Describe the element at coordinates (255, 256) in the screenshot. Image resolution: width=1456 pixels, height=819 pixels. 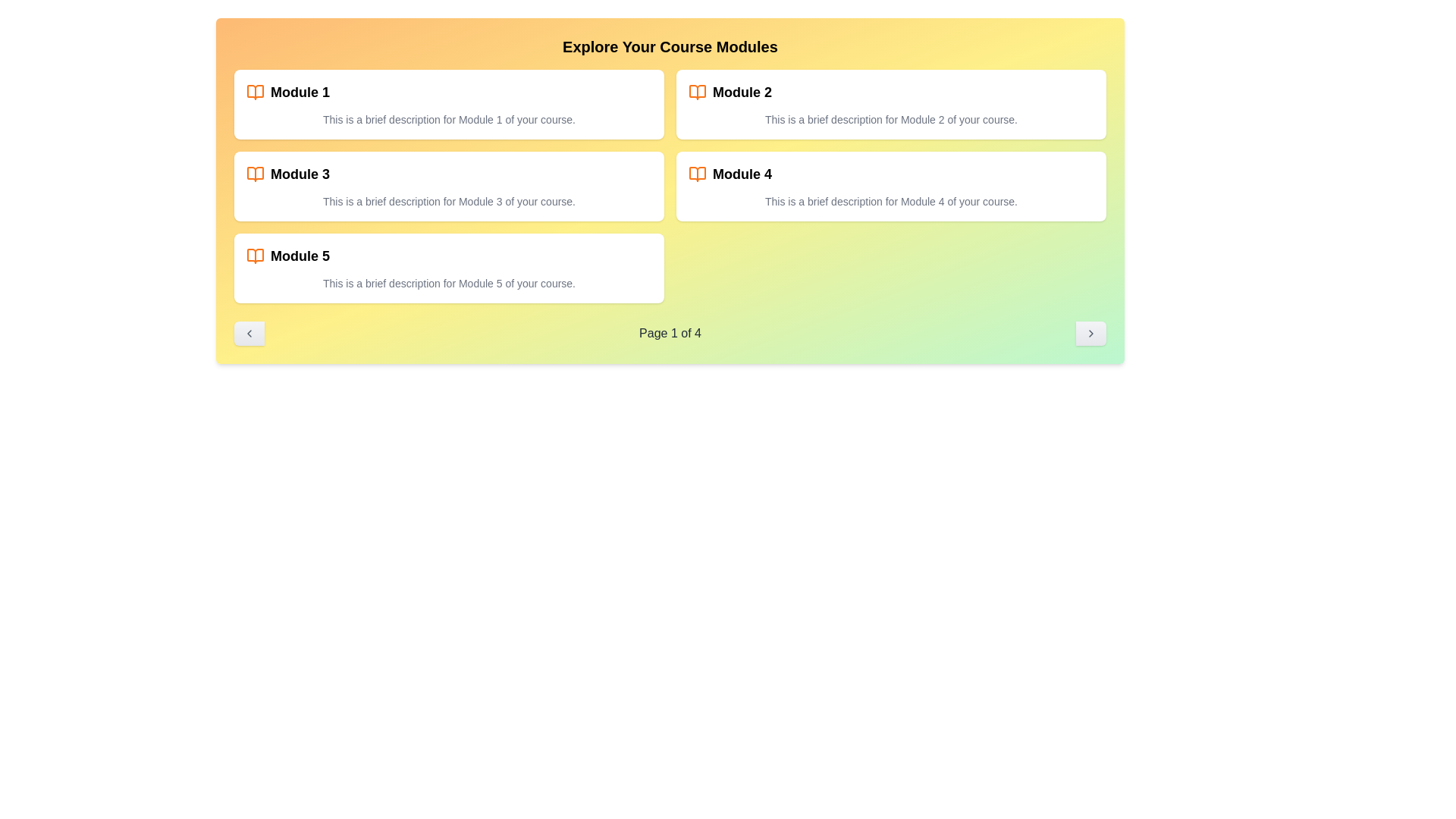
I see `the decorative icon representing Module 5 located beside the label 'Module 5' in the bottom-right card of the visible grid` at that location.